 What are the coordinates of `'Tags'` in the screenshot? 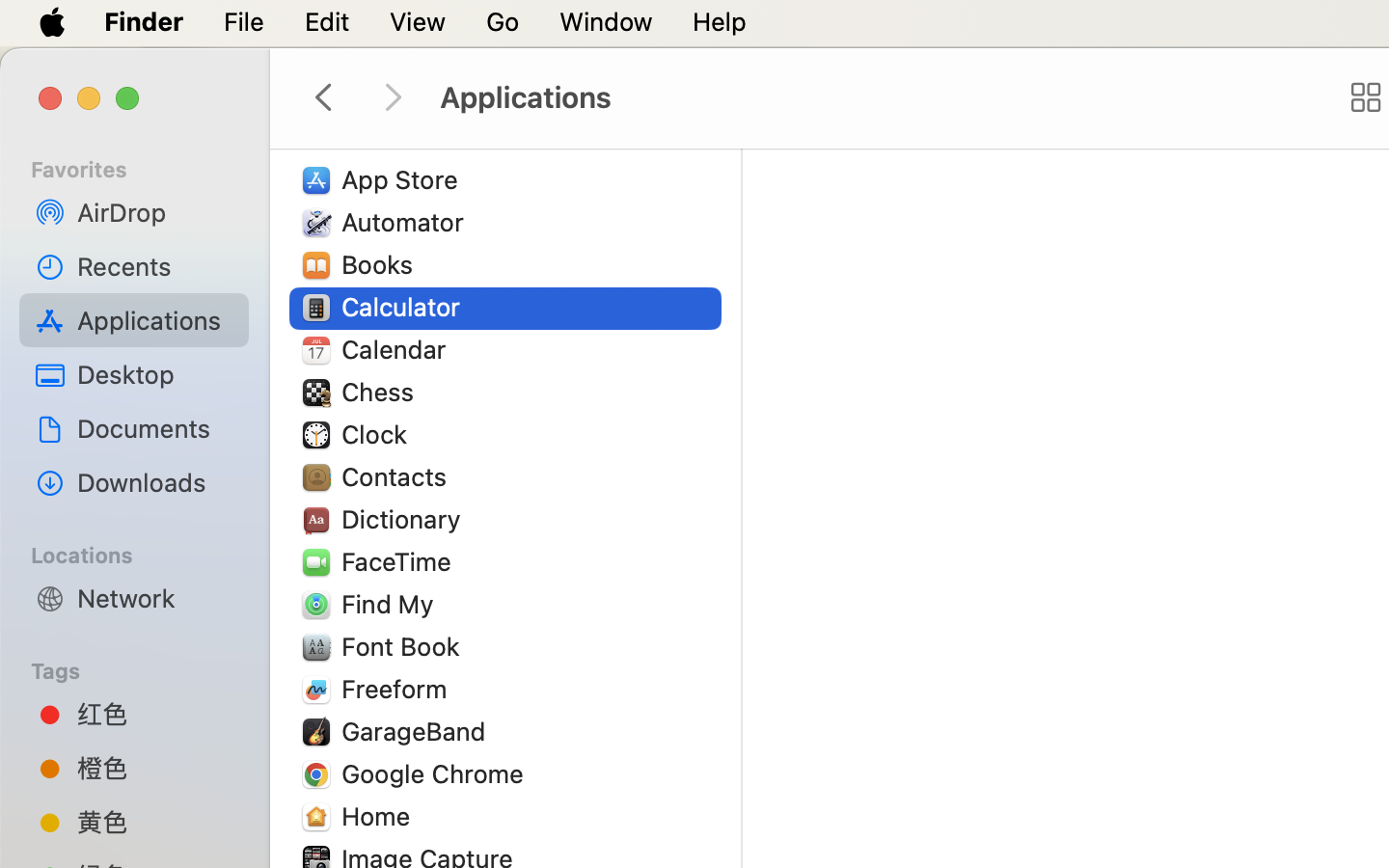 It's located at (145, 667).